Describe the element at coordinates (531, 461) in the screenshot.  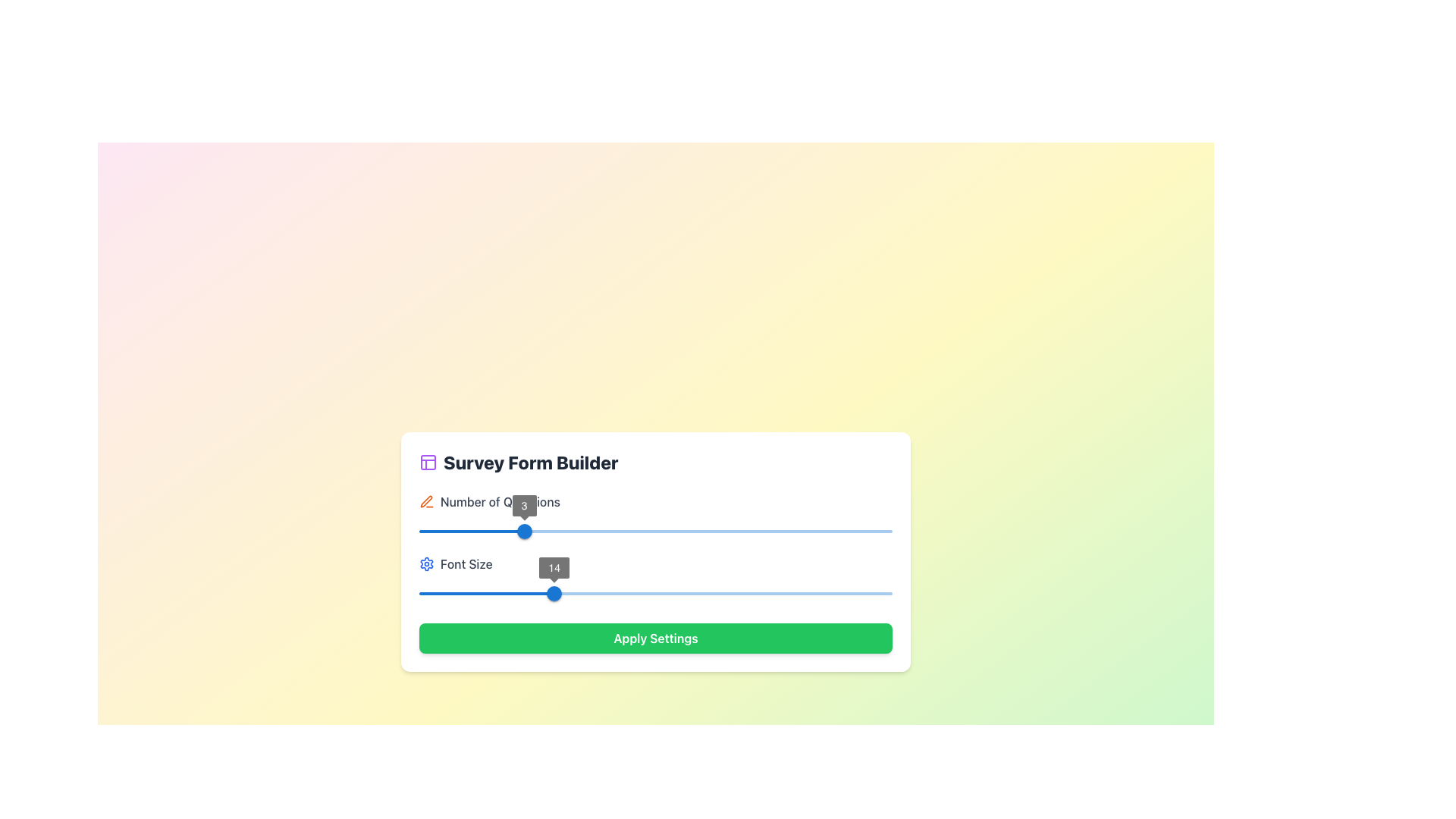
I see `bold text label displaying 'Survey Form Builder' located at the center of the card-like section near the top, distinct due to its size and weight` at that location.